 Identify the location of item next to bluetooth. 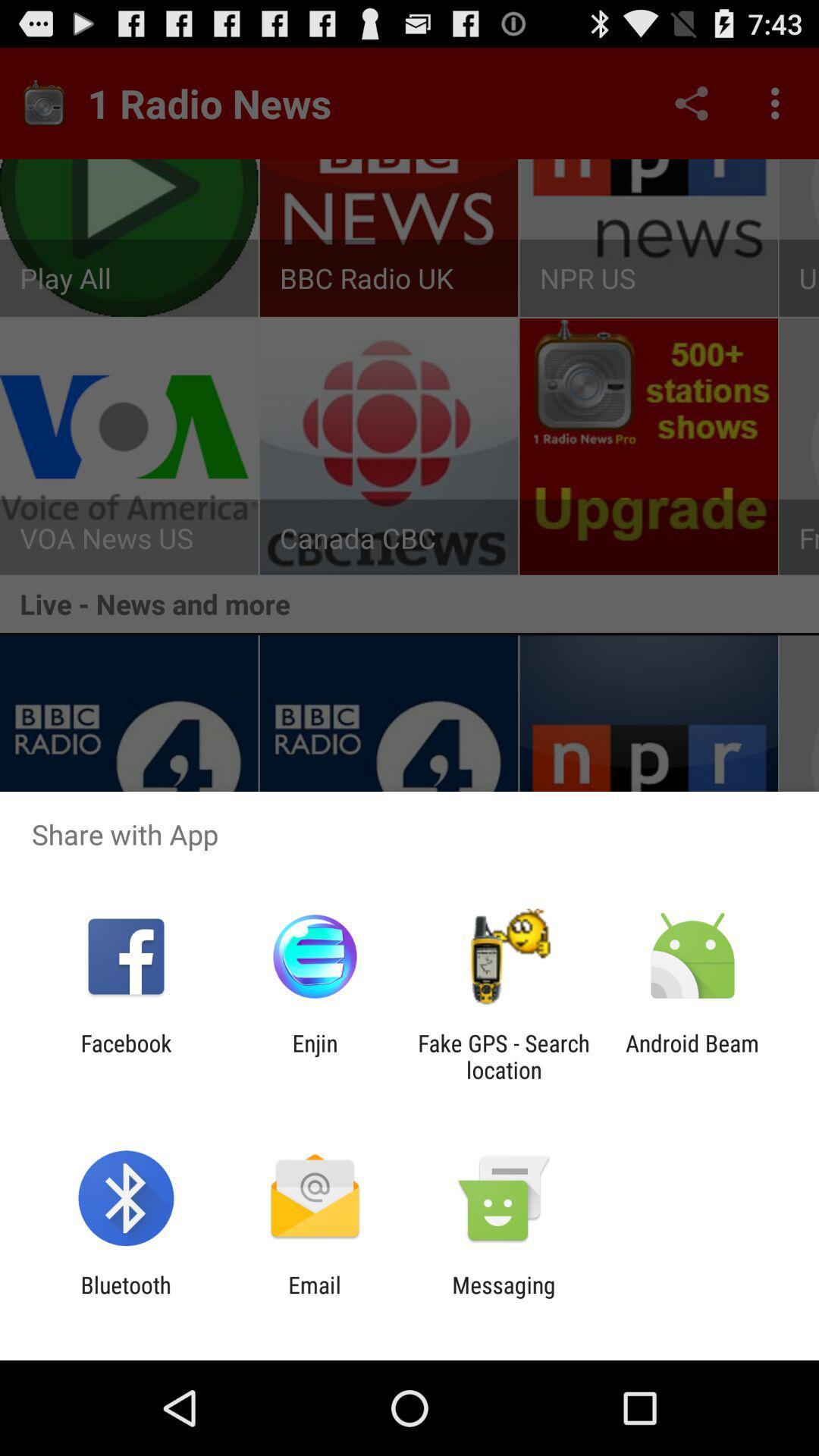
(314, 1298).